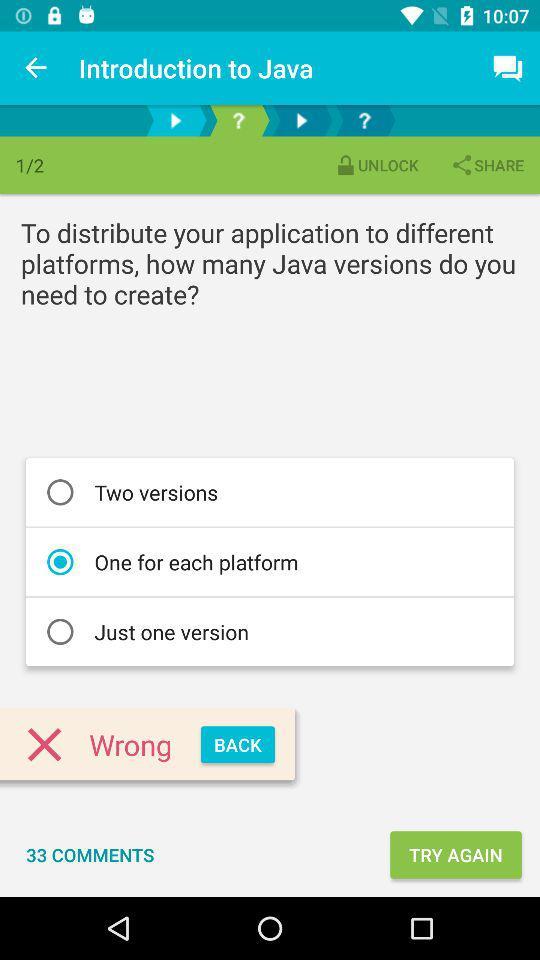 The width and height of the screenshot is (540, 960). Describe the element at coordinates (237, 743) in the screenshot. I see `item to the right of wrong item` at that location.